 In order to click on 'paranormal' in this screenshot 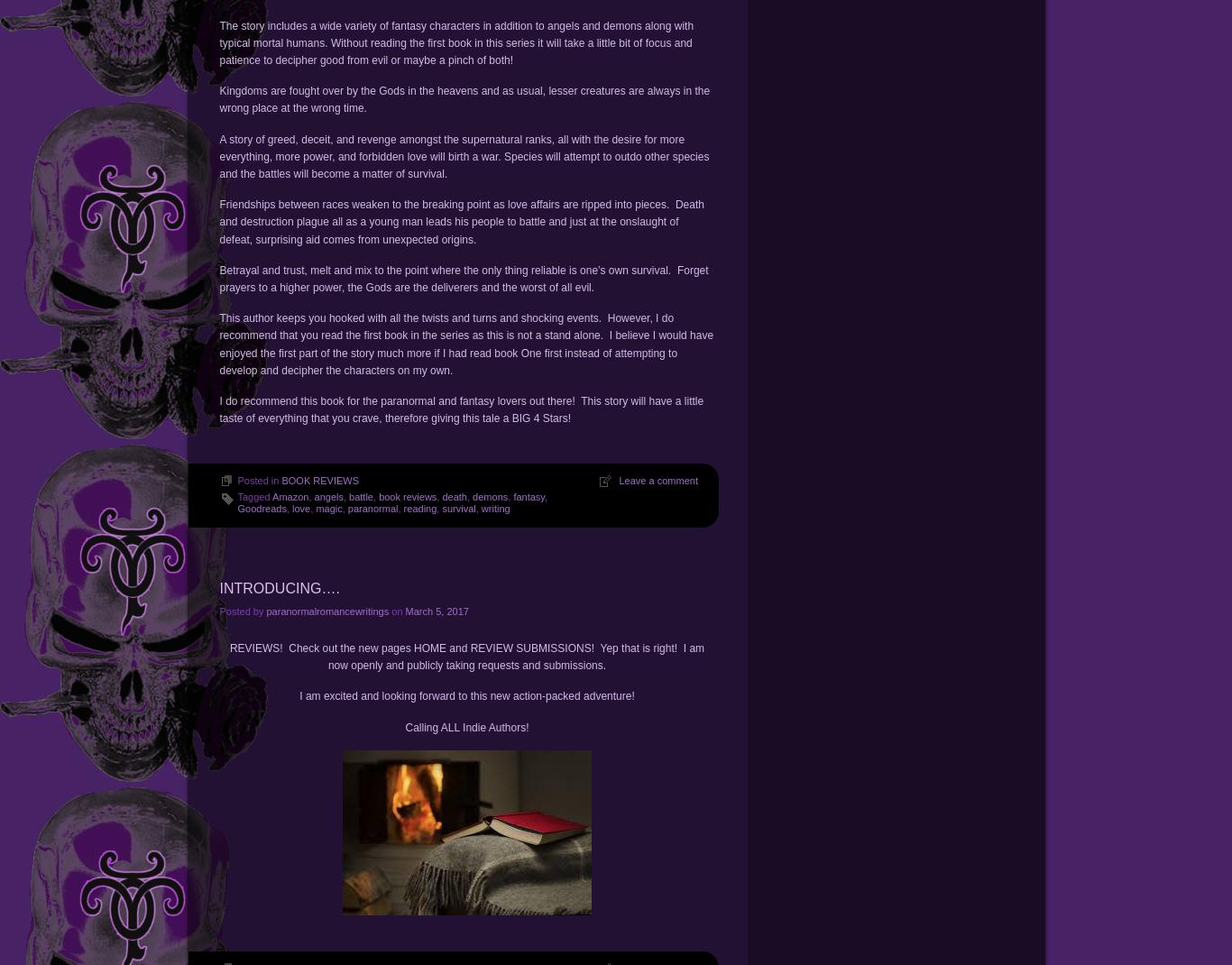, I will do `click(371, 507)`.